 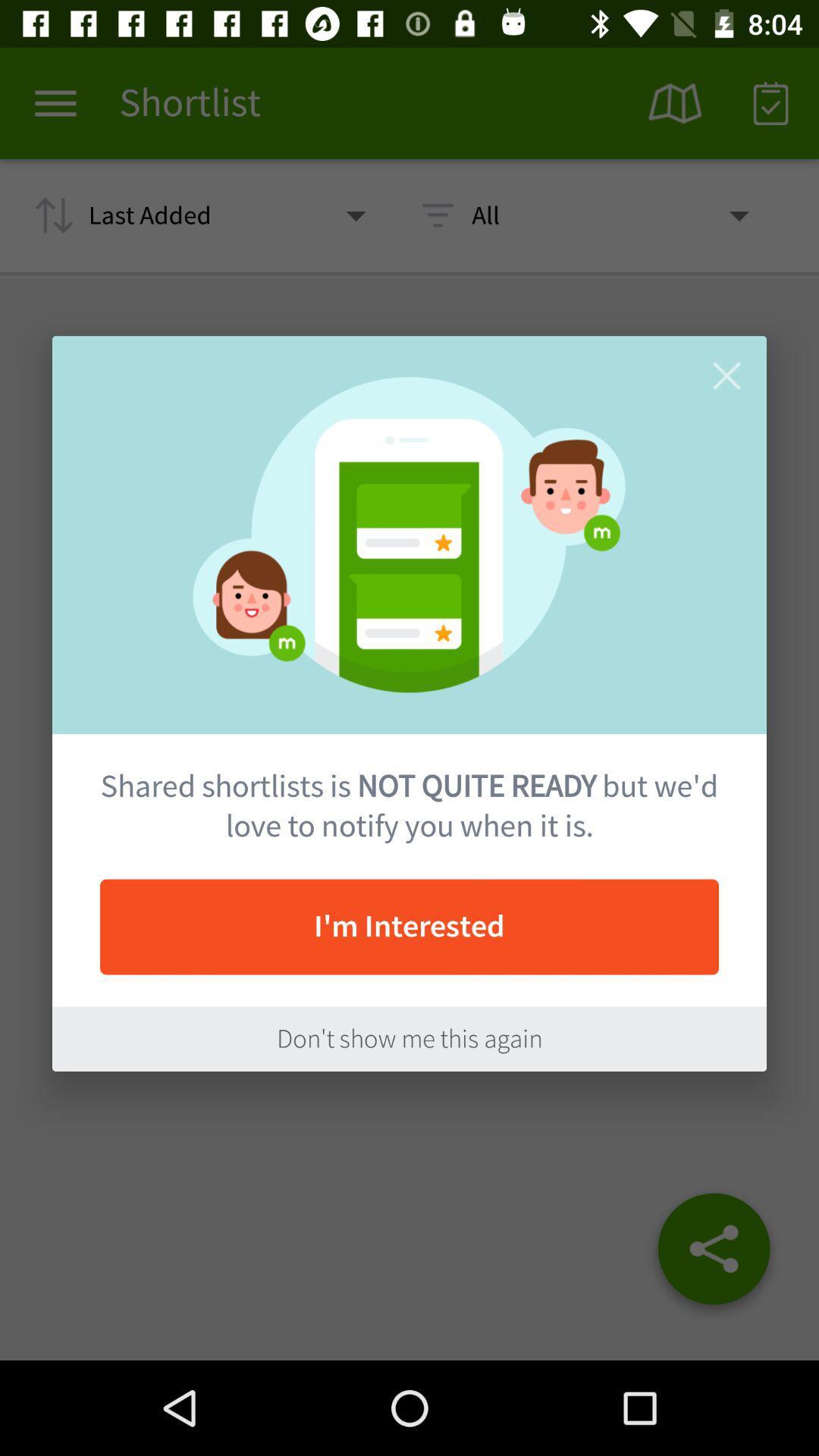 I want to click on the don t show, so click(x=409, y=1038).